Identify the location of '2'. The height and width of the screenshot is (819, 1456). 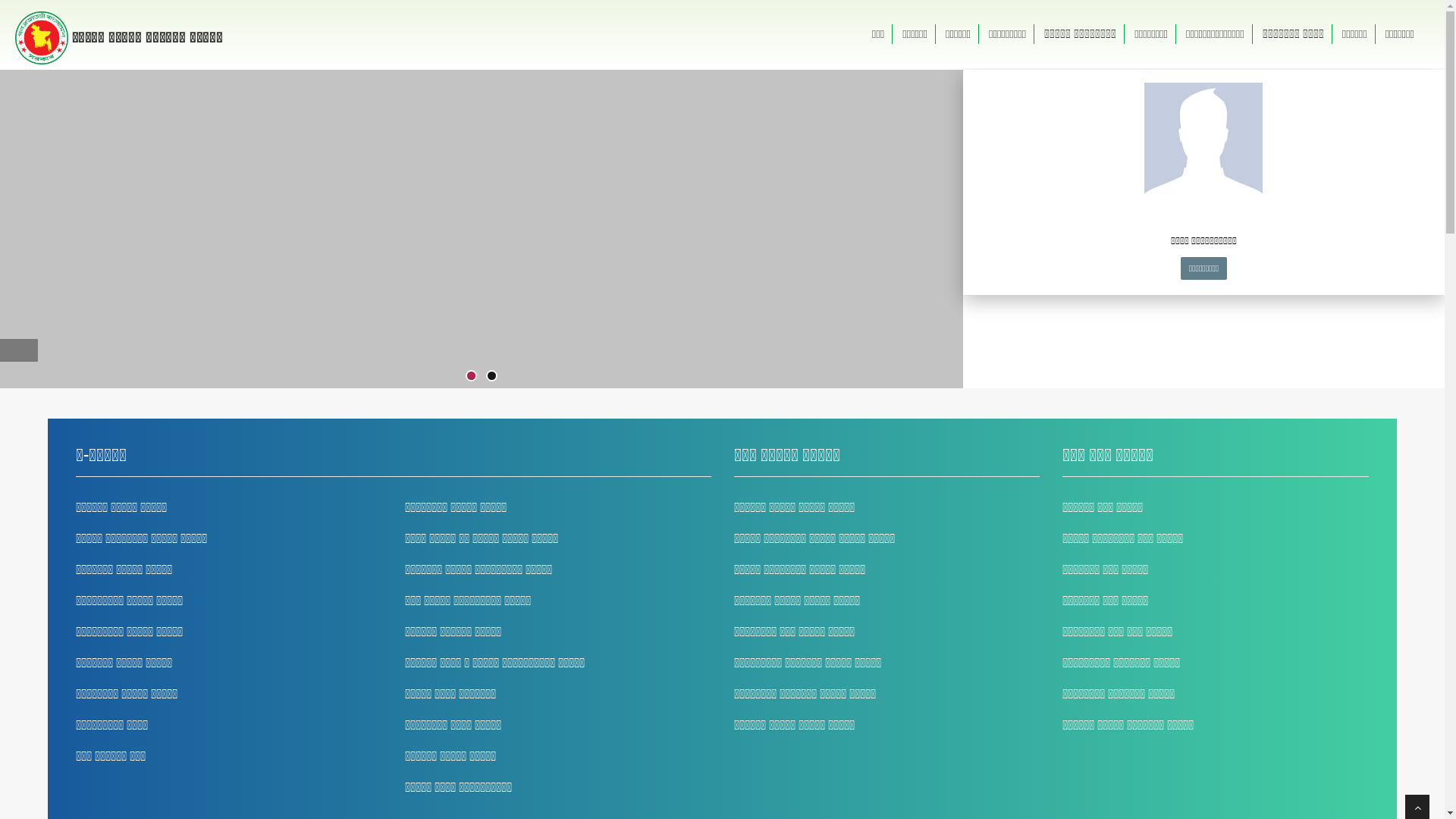
(491, 375).